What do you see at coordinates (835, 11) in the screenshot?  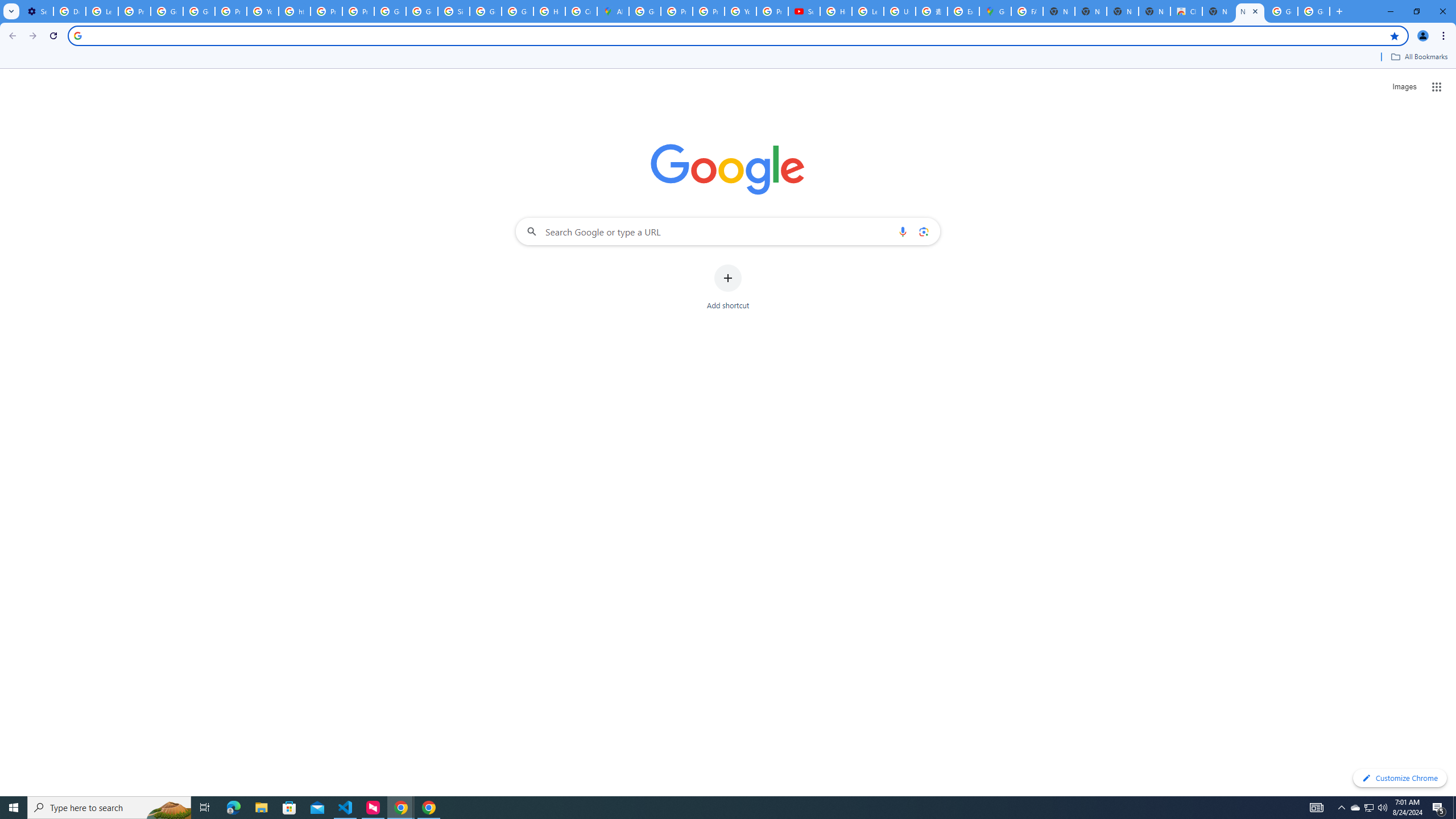 I see `'How Chrome protects your passwords - Google Chrome Help'` at bounding box center [835, 11].